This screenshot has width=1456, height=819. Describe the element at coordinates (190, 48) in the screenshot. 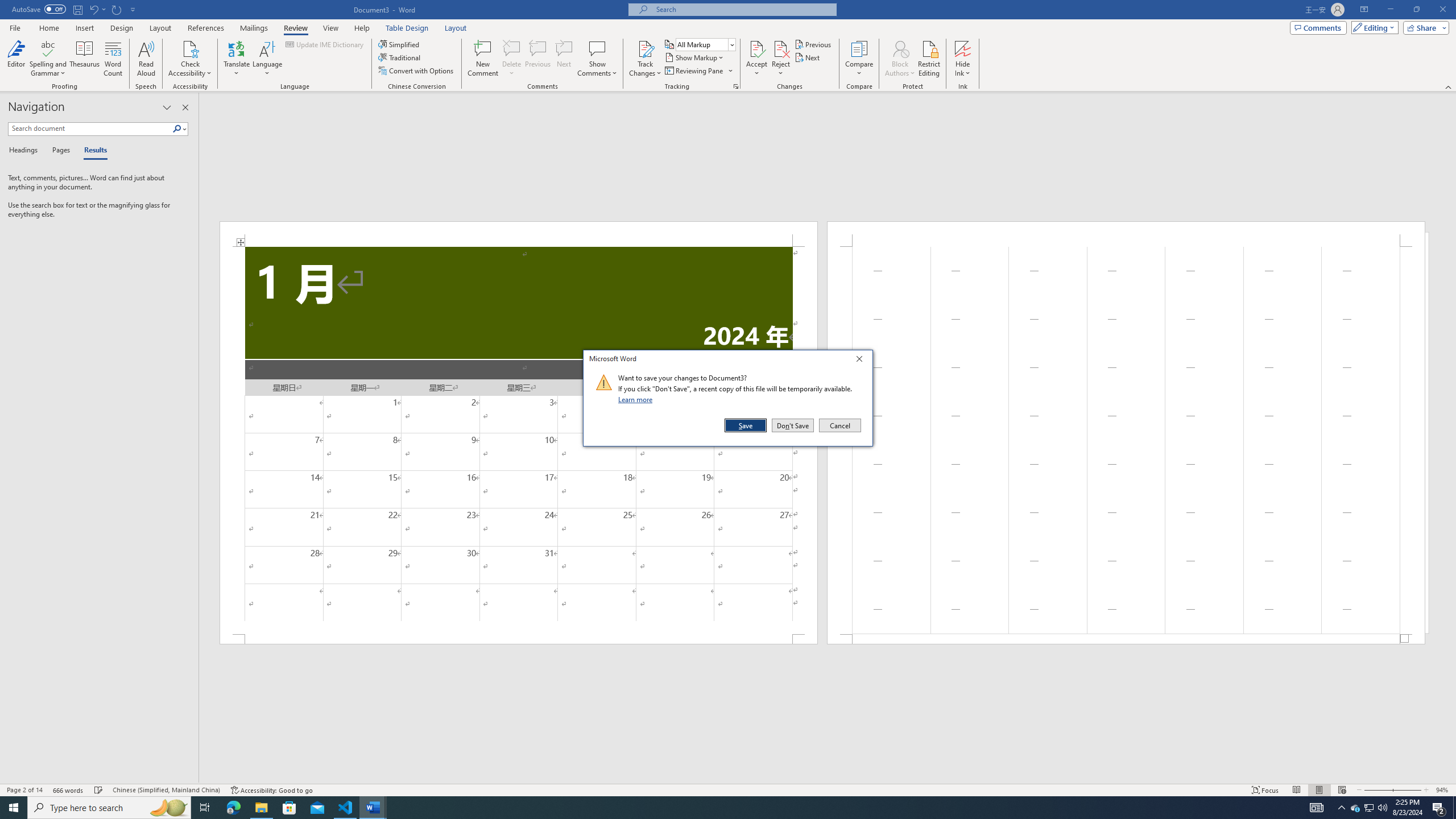

I see `'Check Accessibility'` at that location.